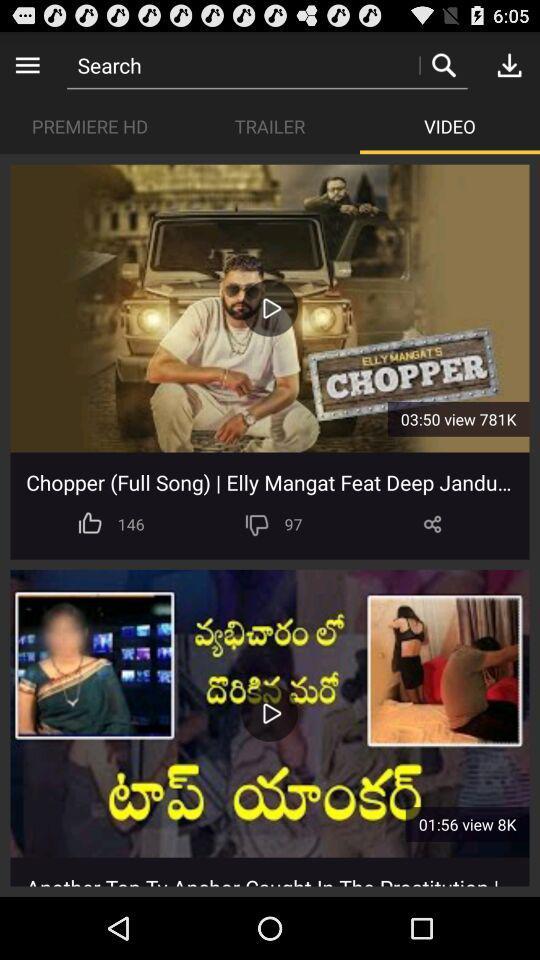 The width and height of the screenshot is (540, 960). What do you see at coordinates (257, 523) in the screenshot?
I see `the item next to the 146 item` at bounding box center [257, 523].